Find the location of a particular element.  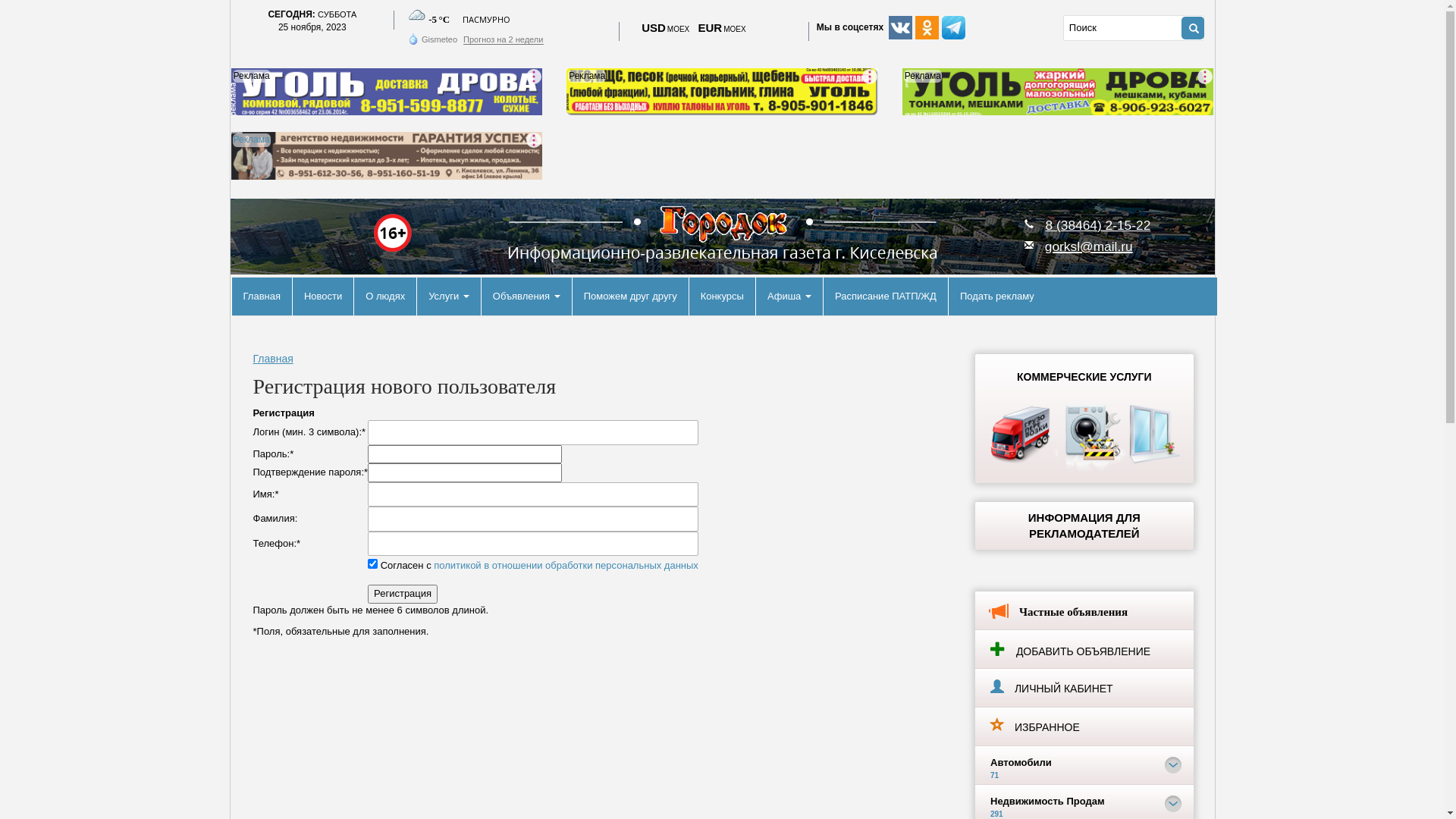

'8 (38464) 2-15-22' is located at coordinates (1044, 225).